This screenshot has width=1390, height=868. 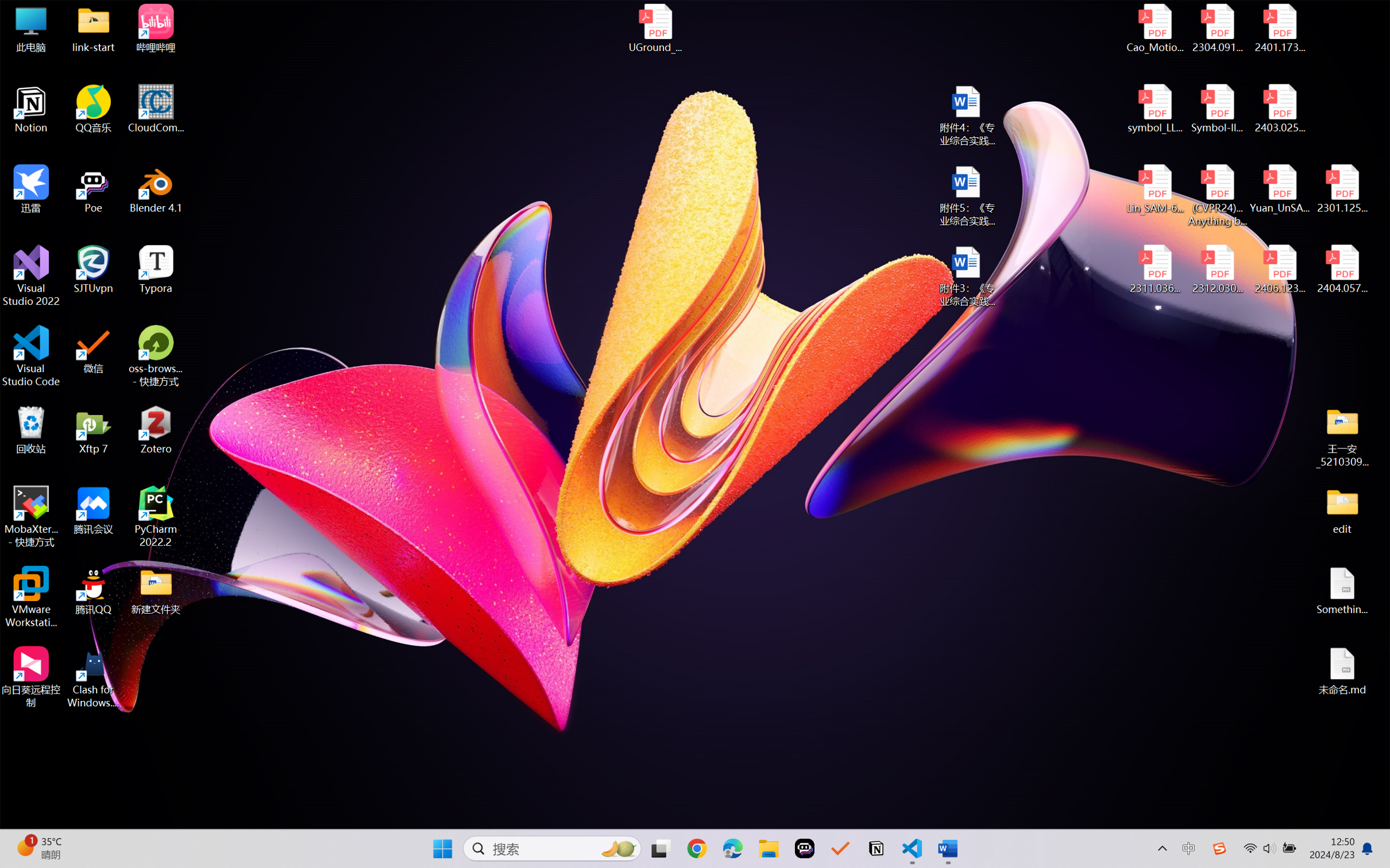 I want to click on '2311.03658v2.pdf', so click(x=1155, y=269).